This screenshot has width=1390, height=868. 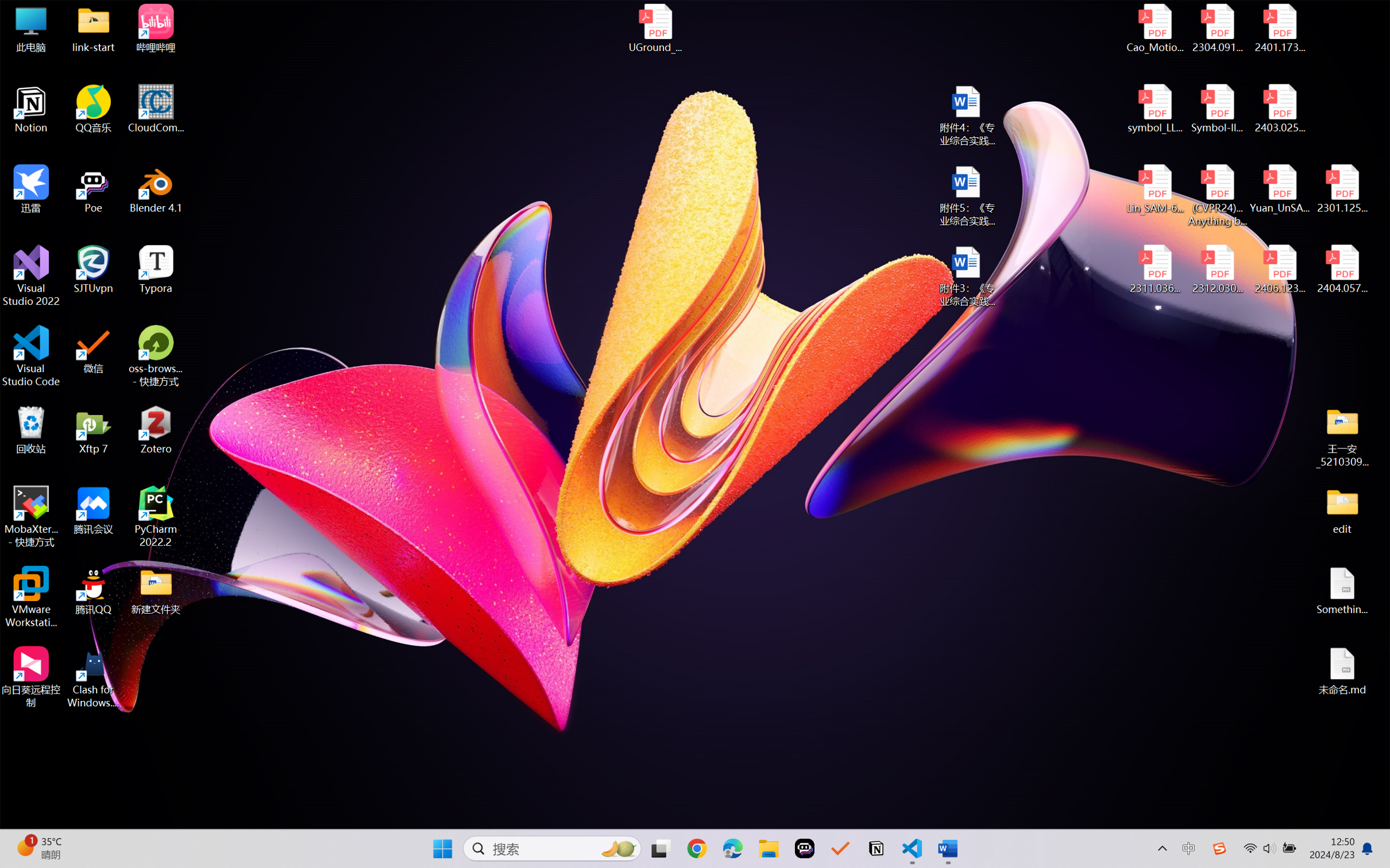 I want to click on '2311.03658v2.pdf', so click(x=1155, y=269).